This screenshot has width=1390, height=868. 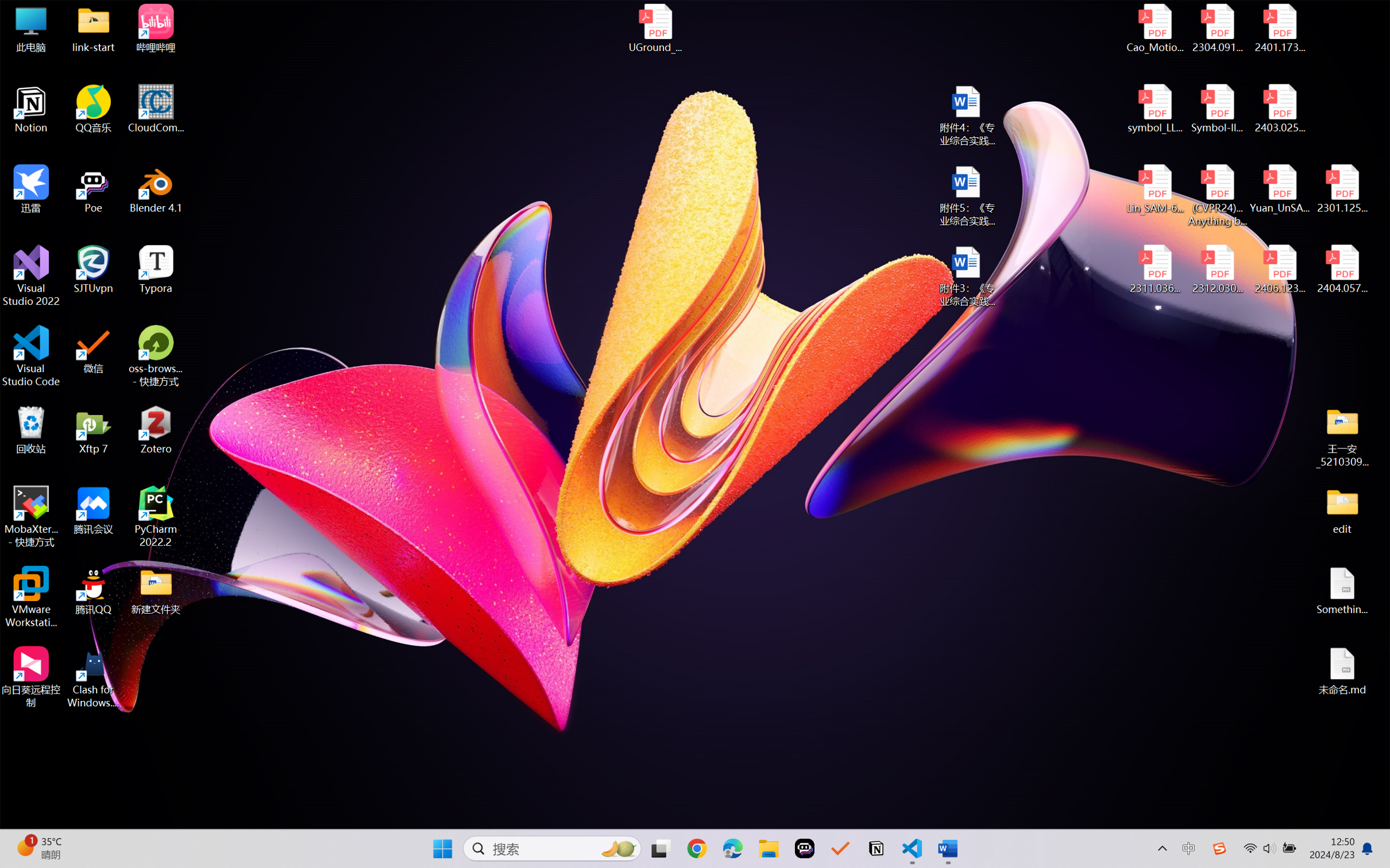 I want to click on '2311.03658v2.pdf', so click(x=1155, y=269).